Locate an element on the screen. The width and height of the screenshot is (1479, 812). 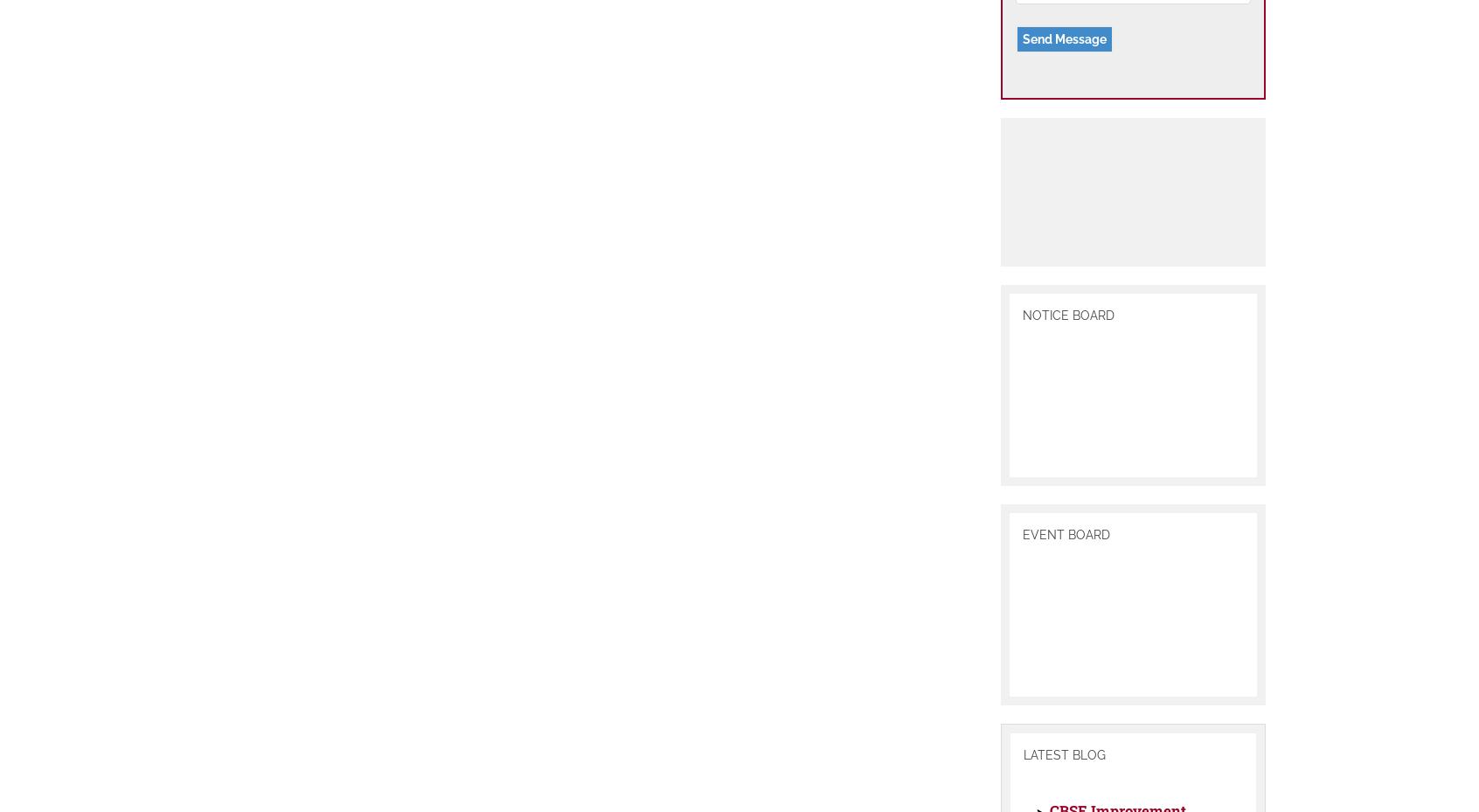
'CBSE Improvement Admission' is located at coordinates (1047, 792).